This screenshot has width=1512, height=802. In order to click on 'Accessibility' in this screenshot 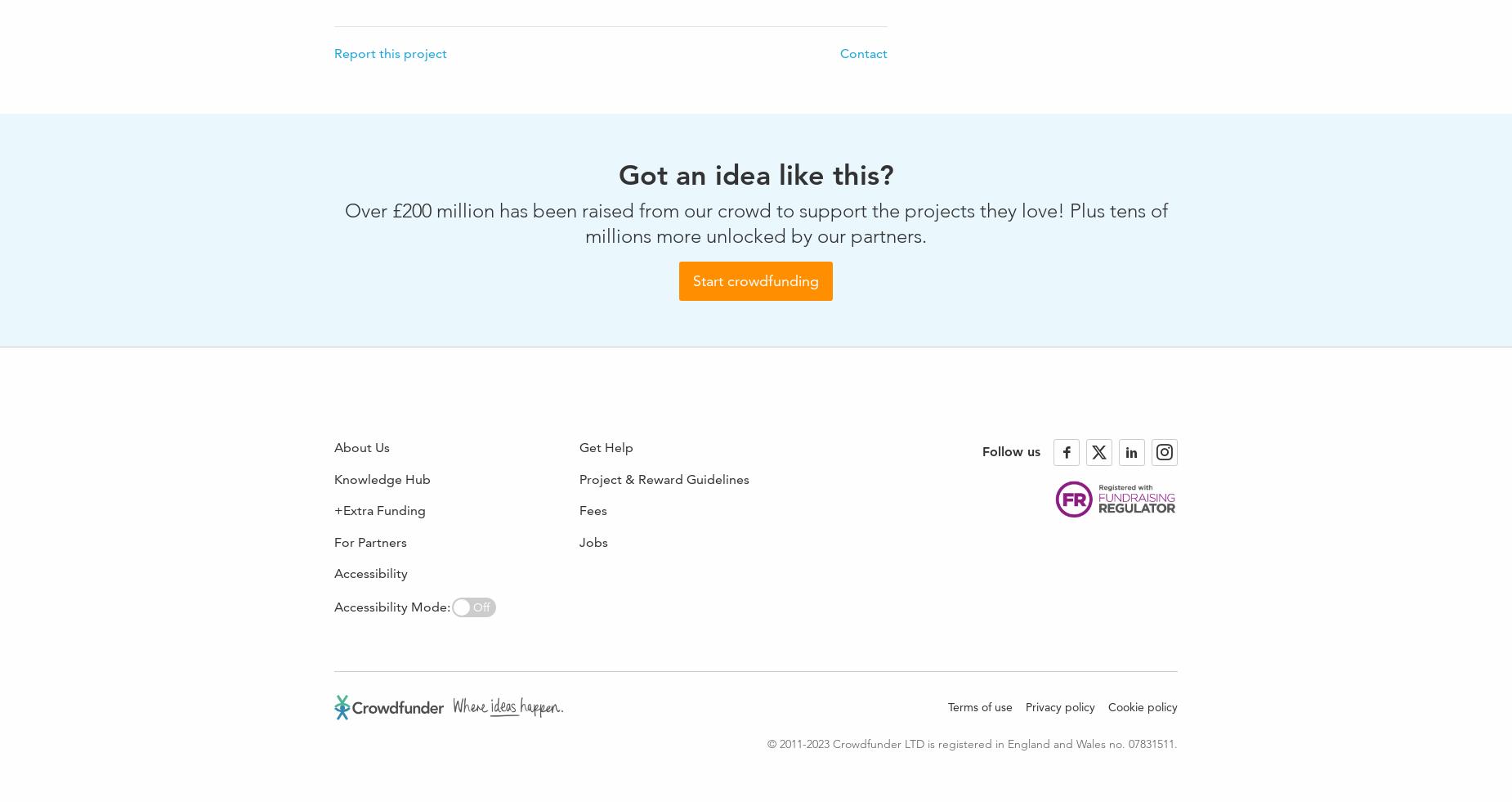, I will do `click(369, 573)`.